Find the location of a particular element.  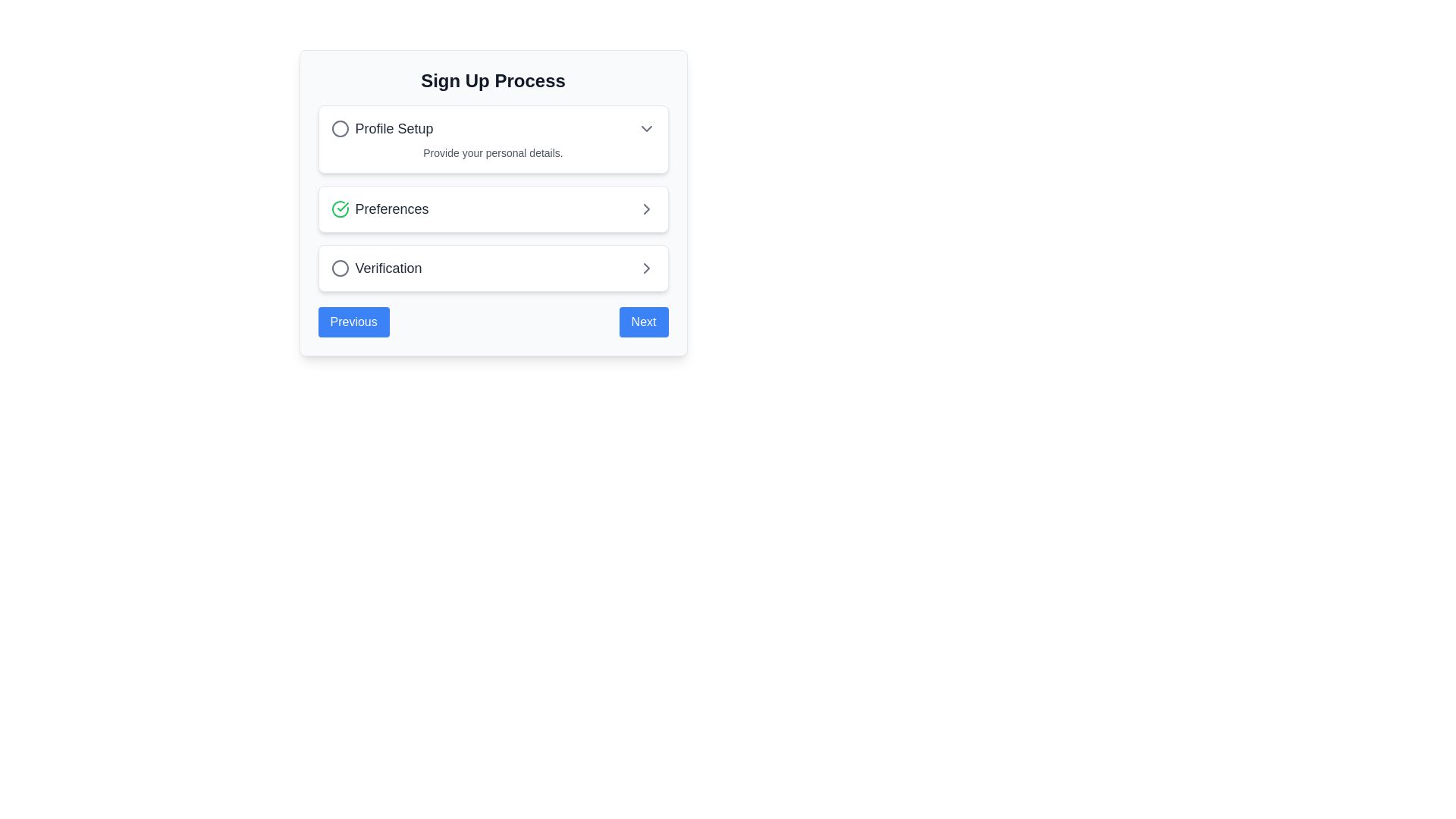

the Text label in the 'Preferences' options list, which indicates the current step or option in the setup process is located at coordinates (380, 209).